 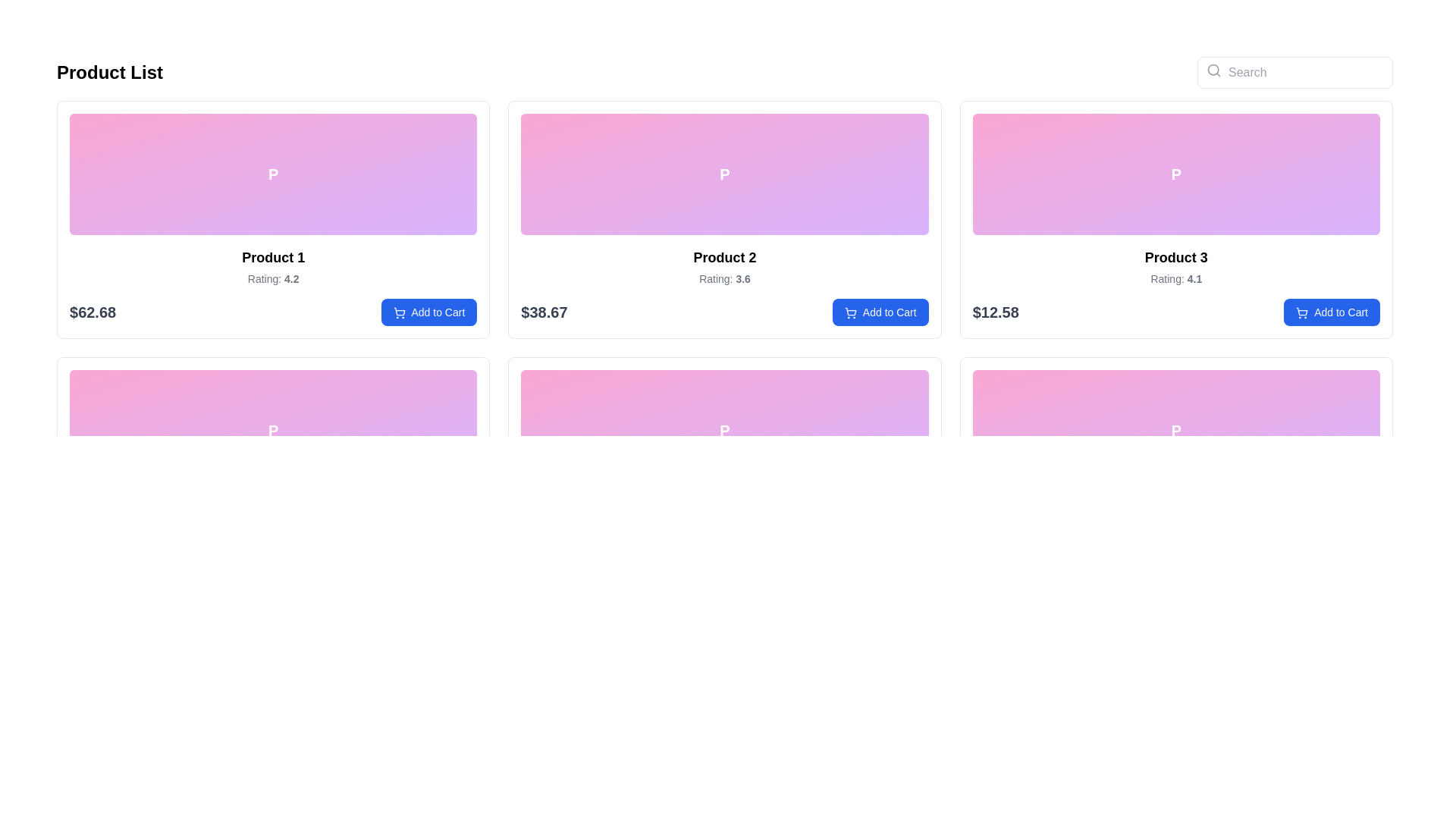 I want to click on the text heading element that displays 'Product 3', which is styled in bold black font on a white background, located centrally above the rating text in the product card, so click(x=1175, y=256).